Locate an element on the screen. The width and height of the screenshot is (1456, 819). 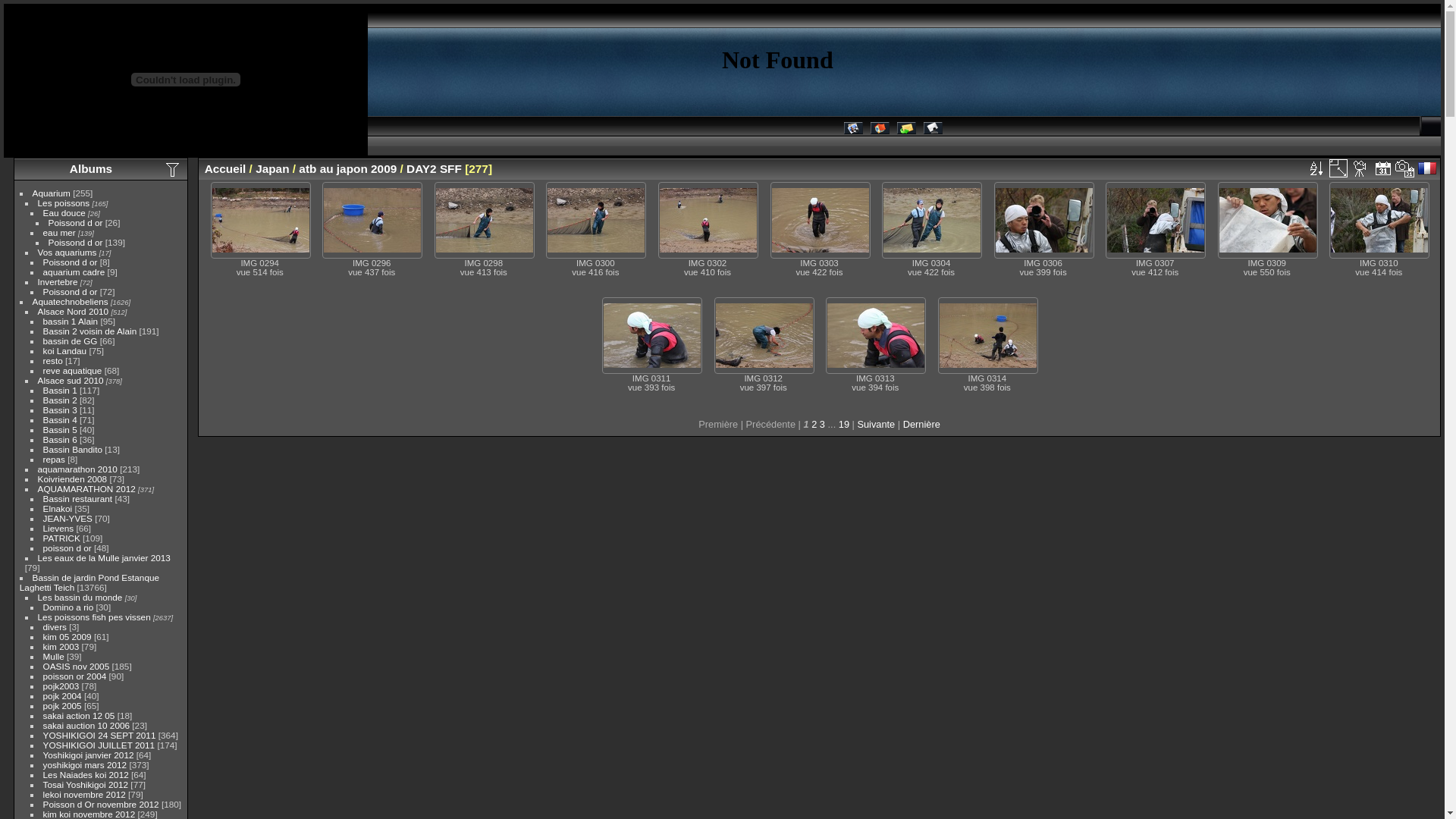
'IMG 0302 (410 visites)' is located at coordinates (708, 220).